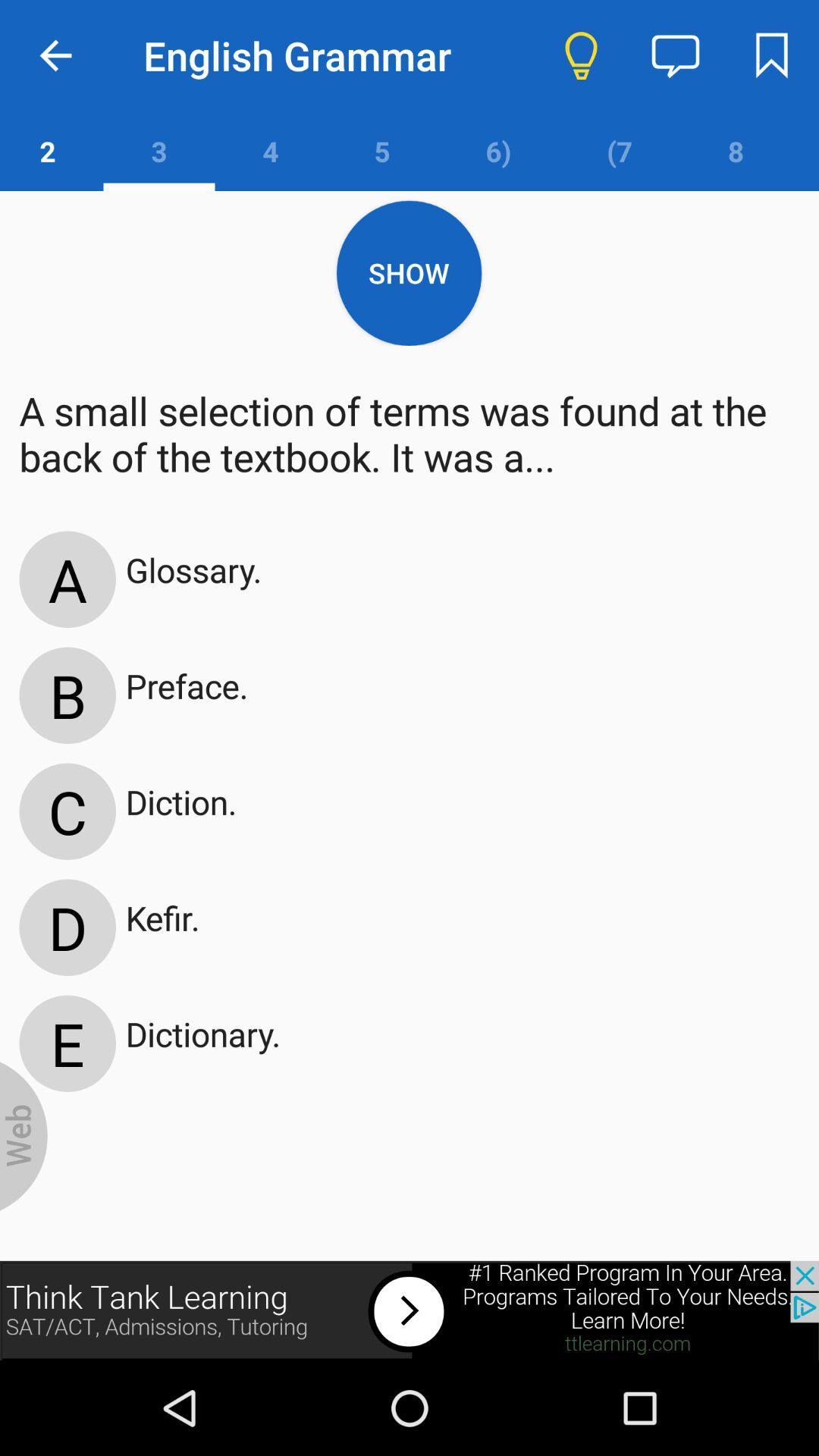 This screenshot has width=819, height=1456. I want to click on wed box, so click(24, 1136).